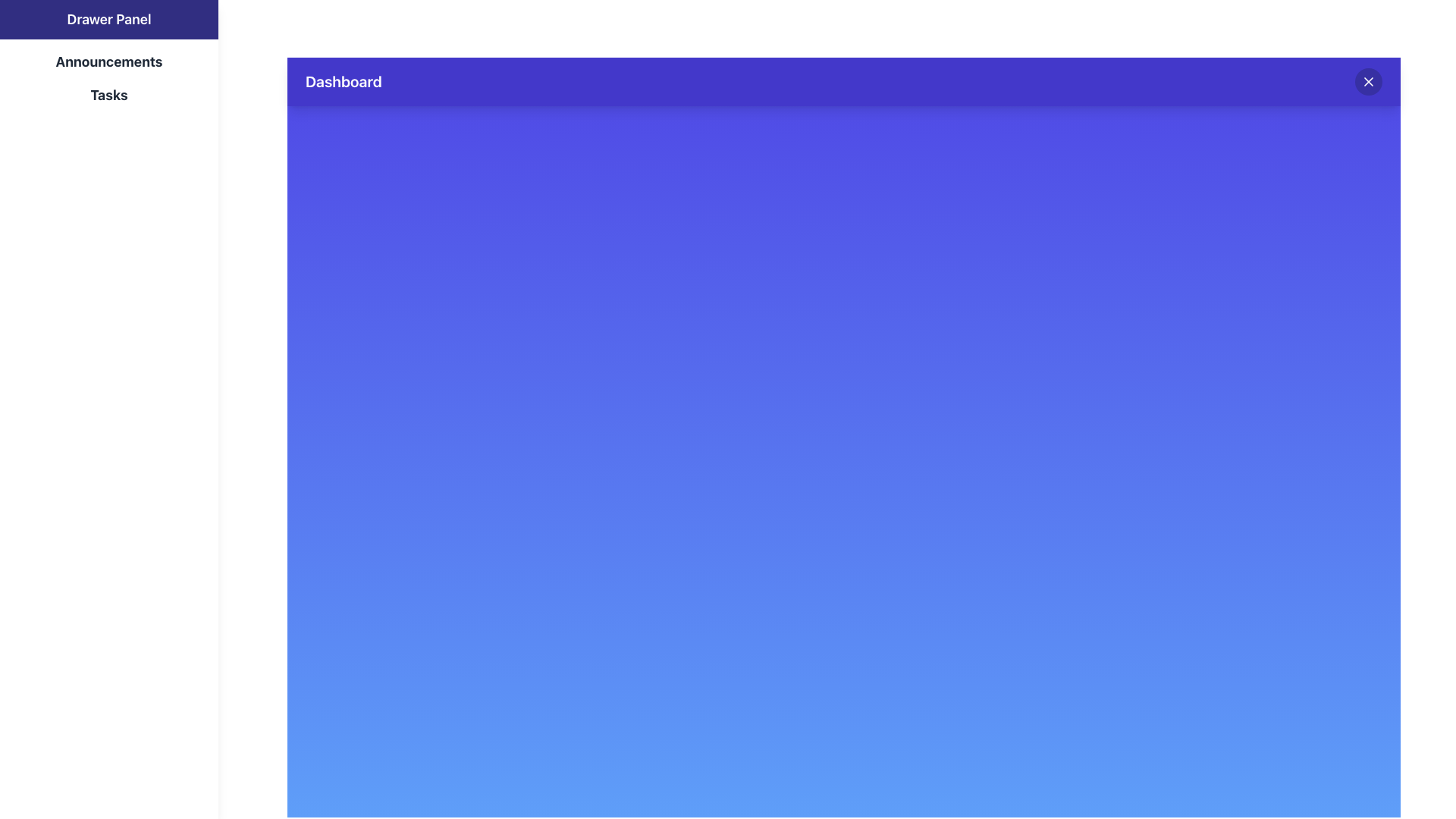 This screenshot has height=819, width=1456. I want to click on the circular button with a dark indigo background and a cross icon located at the far right of the top navigation bar, so click(1368, 82).